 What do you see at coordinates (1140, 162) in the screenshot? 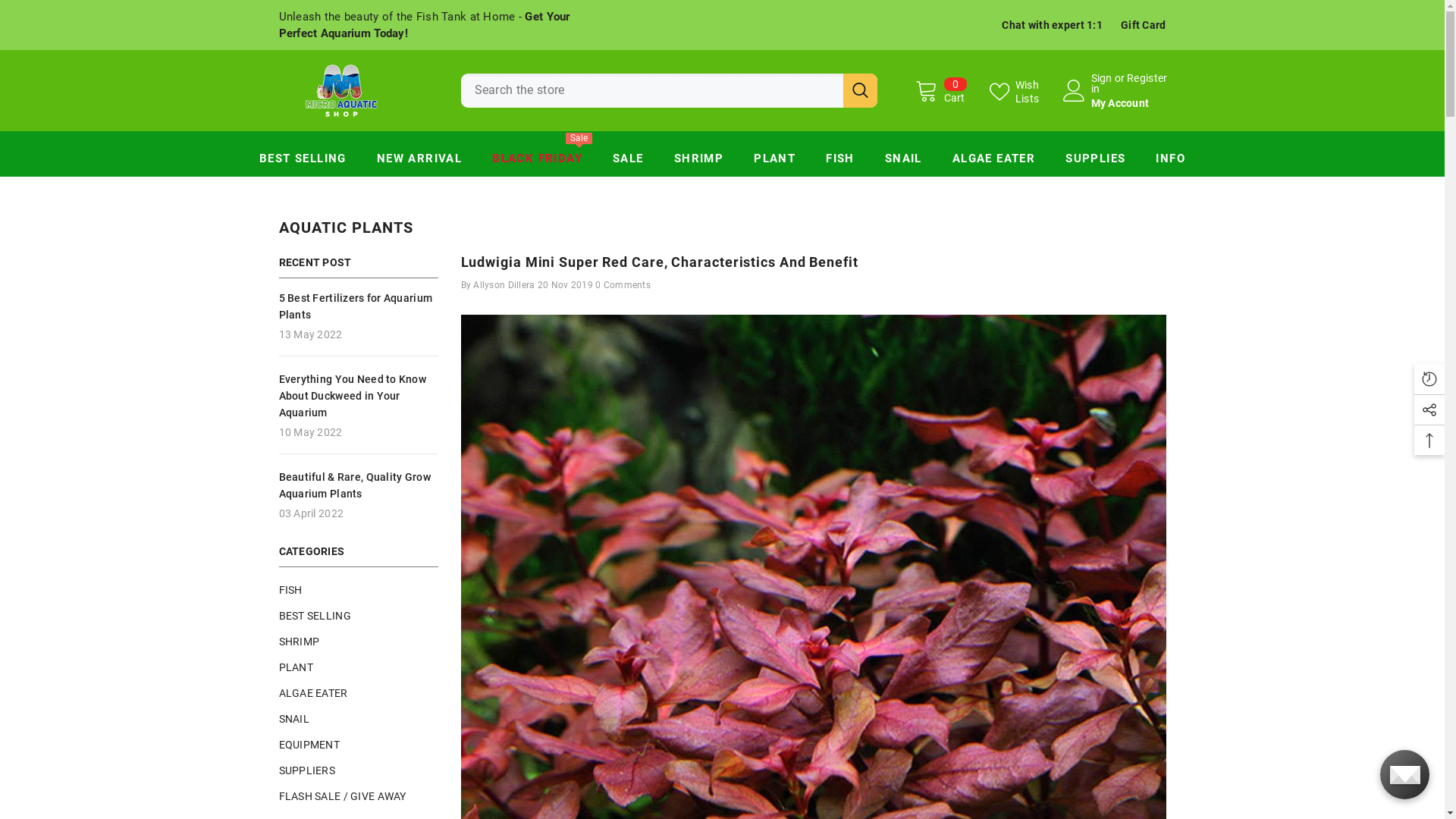
I see `'INFO'` at bounding box center [1140, 162].